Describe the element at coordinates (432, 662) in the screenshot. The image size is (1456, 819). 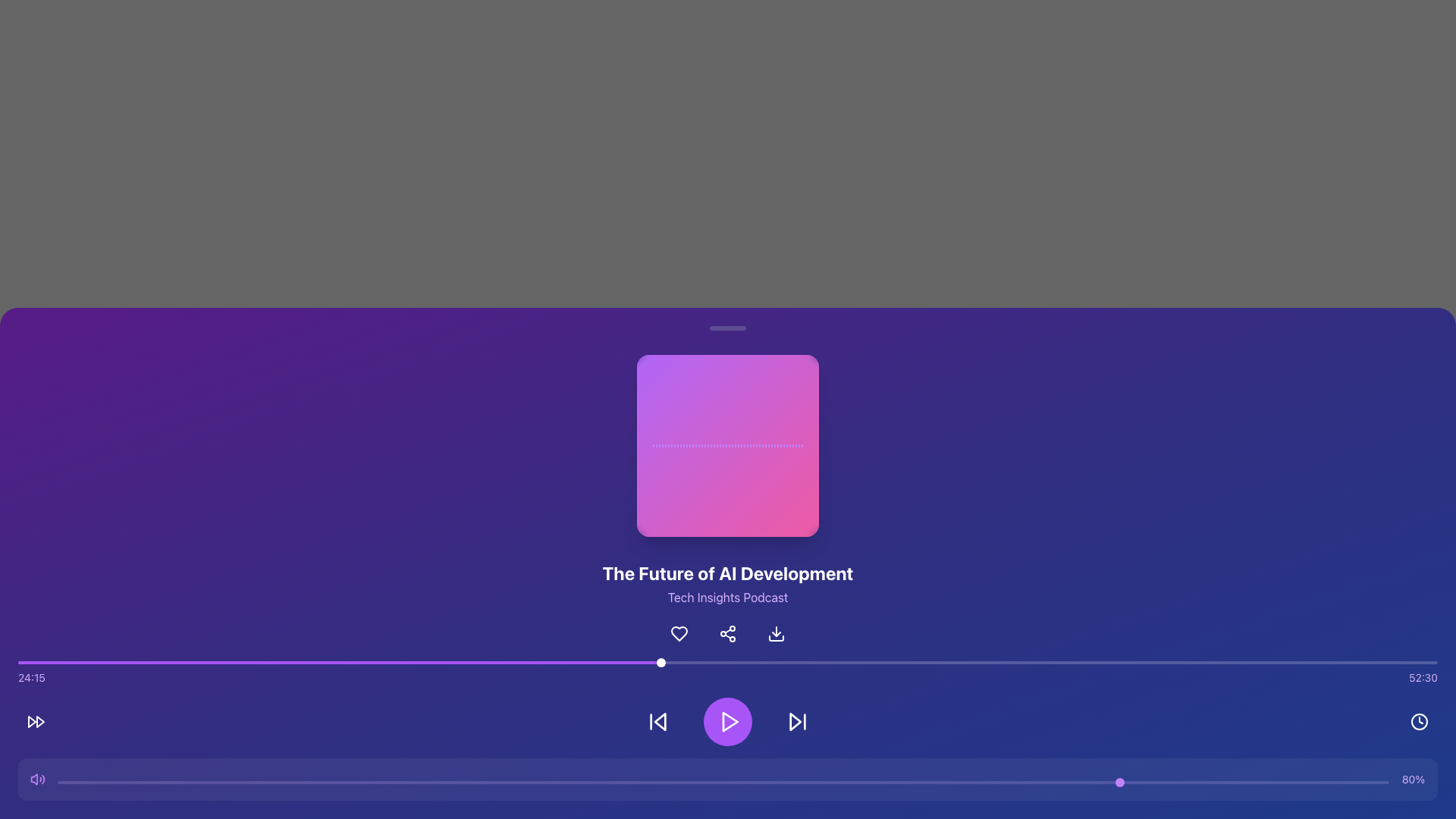
I see `progress` at that location.